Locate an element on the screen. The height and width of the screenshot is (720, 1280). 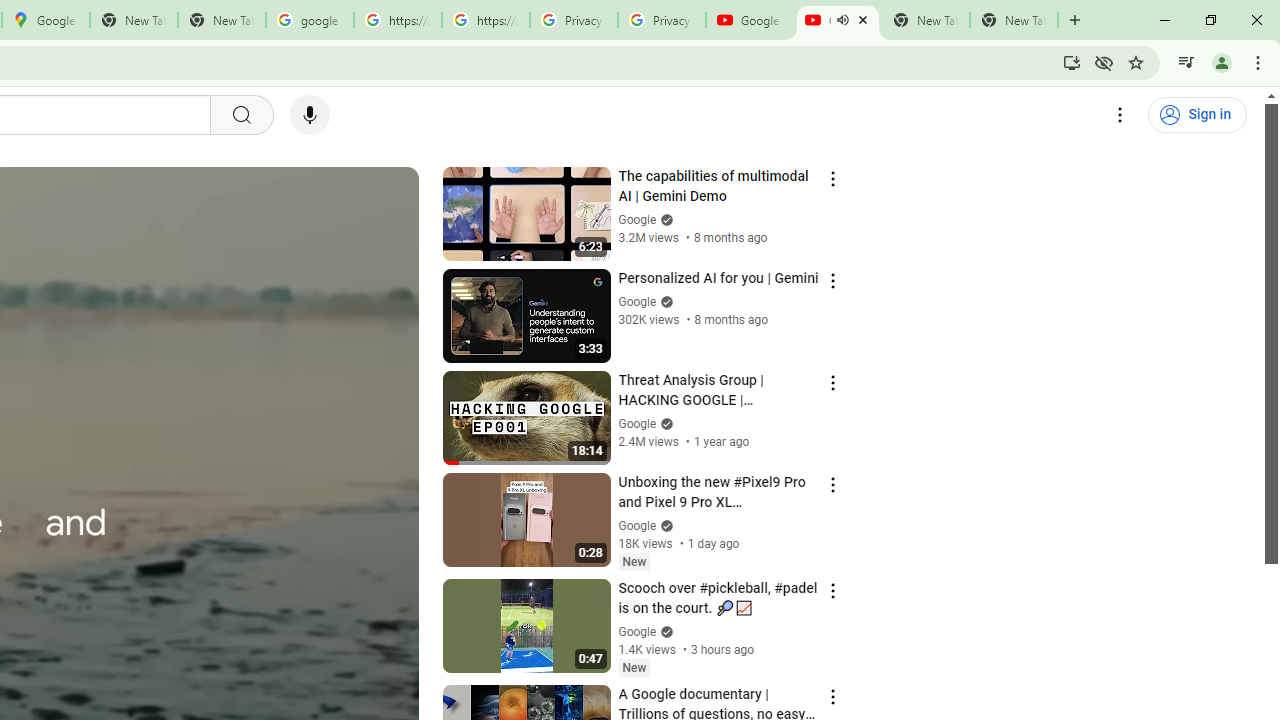
'New' is located at coordinates (633, 667).